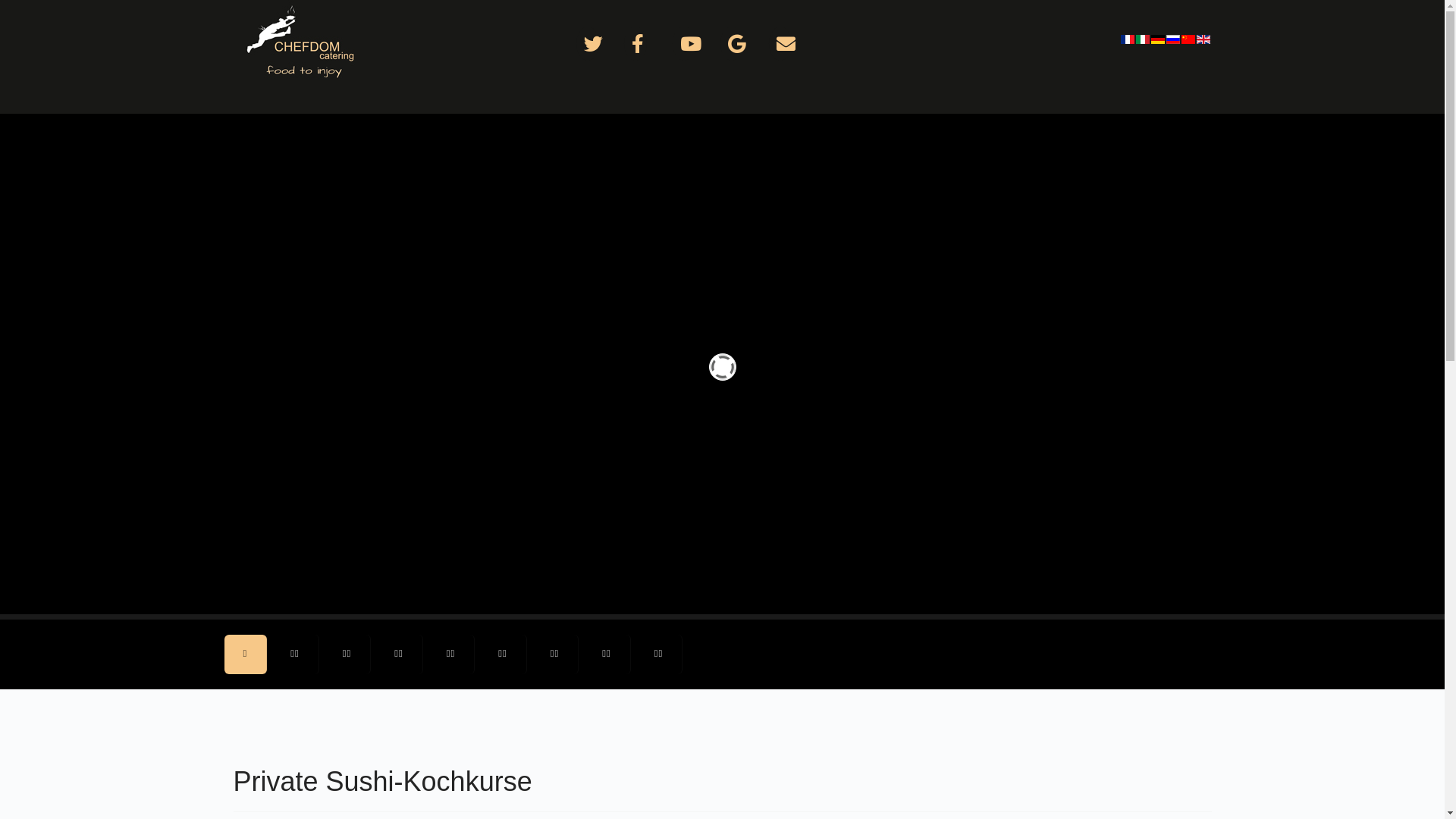 The image size is (1456, 819). What do you see at coordinates (1203, 38) in the screenshot?
I see `'English (UK) - Home'` at bounding box center [1203, 38].